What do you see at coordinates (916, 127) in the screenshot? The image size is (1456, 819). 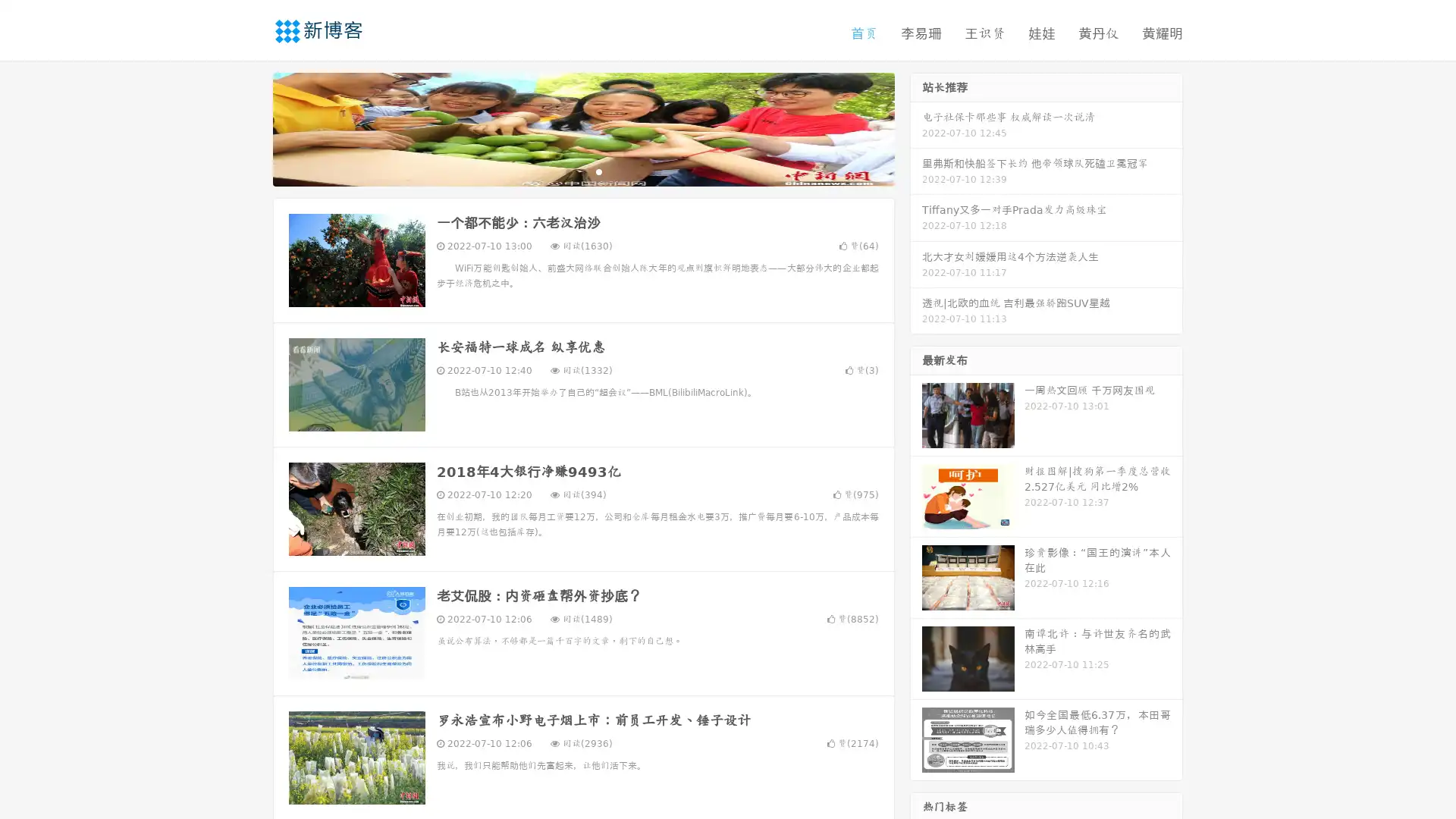 I see `Next slide` at bounding box center [916, 127].